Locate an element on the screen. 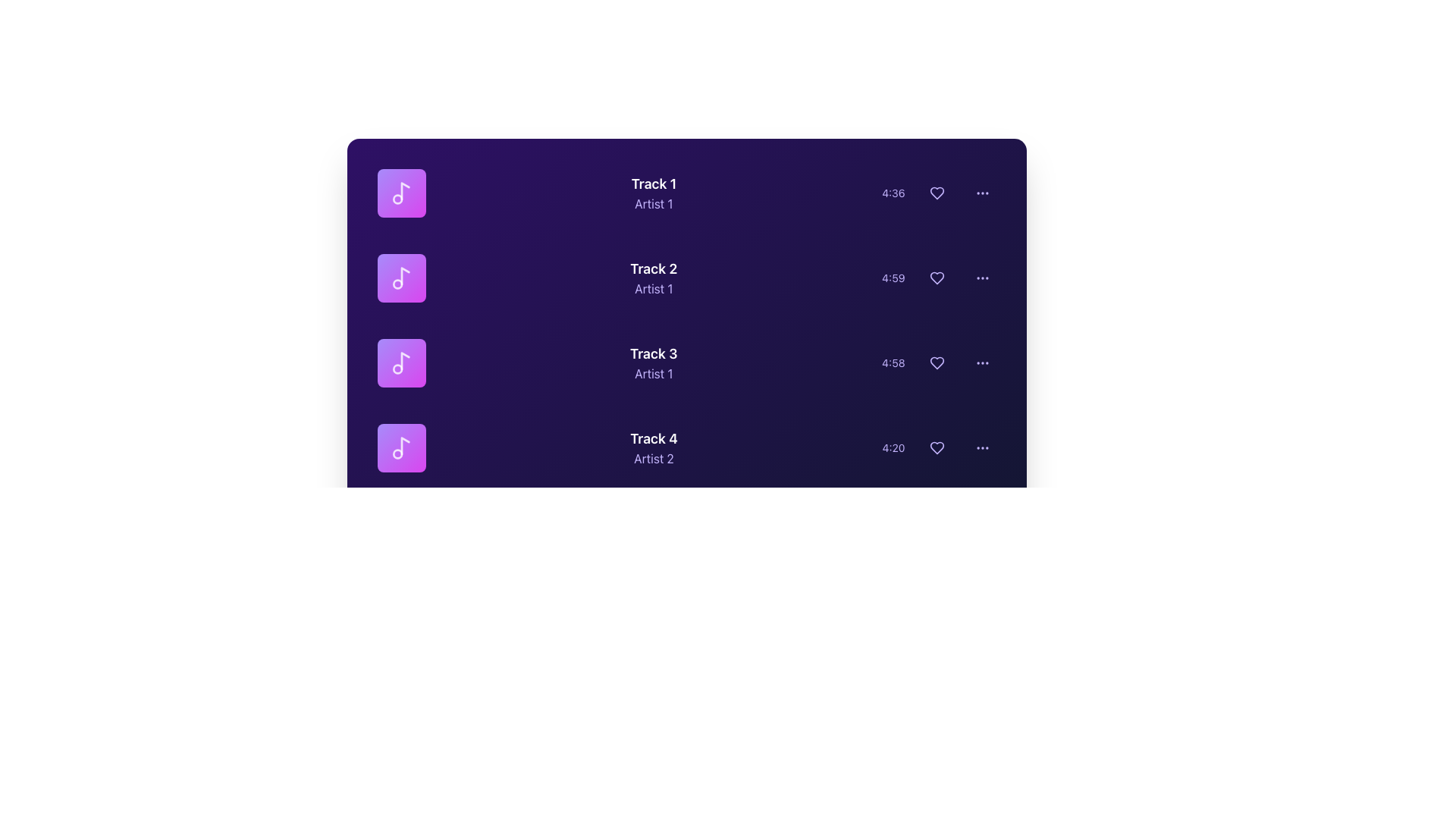 This screenshot has width=1456, height=819. the second row in the music playlist interface, which represents 'Track 2' with its associated artist and duration is located at coordinates (686, 278).